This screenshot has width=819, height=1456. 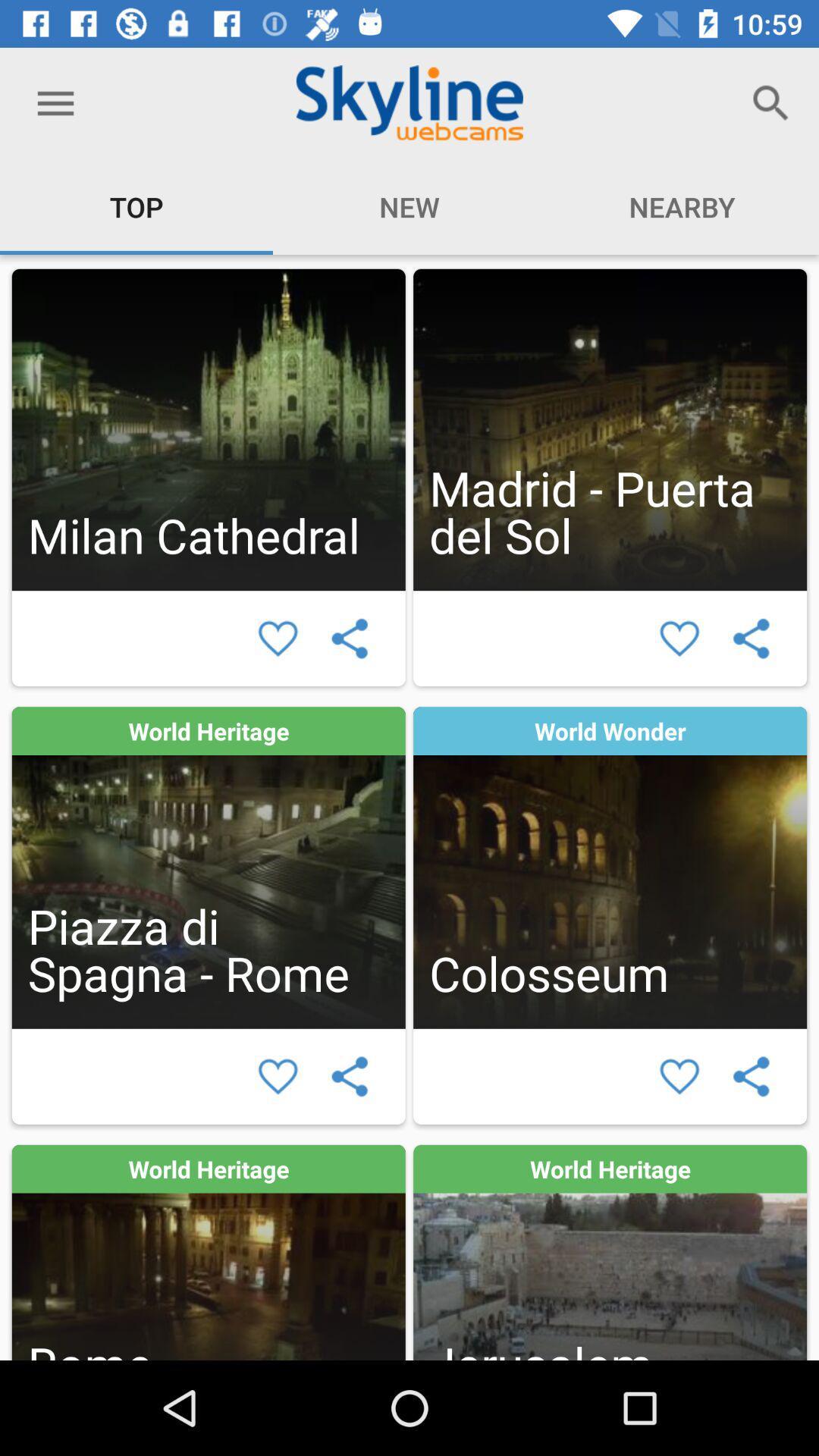 What do you see at coordinates (278, 1075) in the screenshot?
I see `it` at bounding box center [278, 1075].